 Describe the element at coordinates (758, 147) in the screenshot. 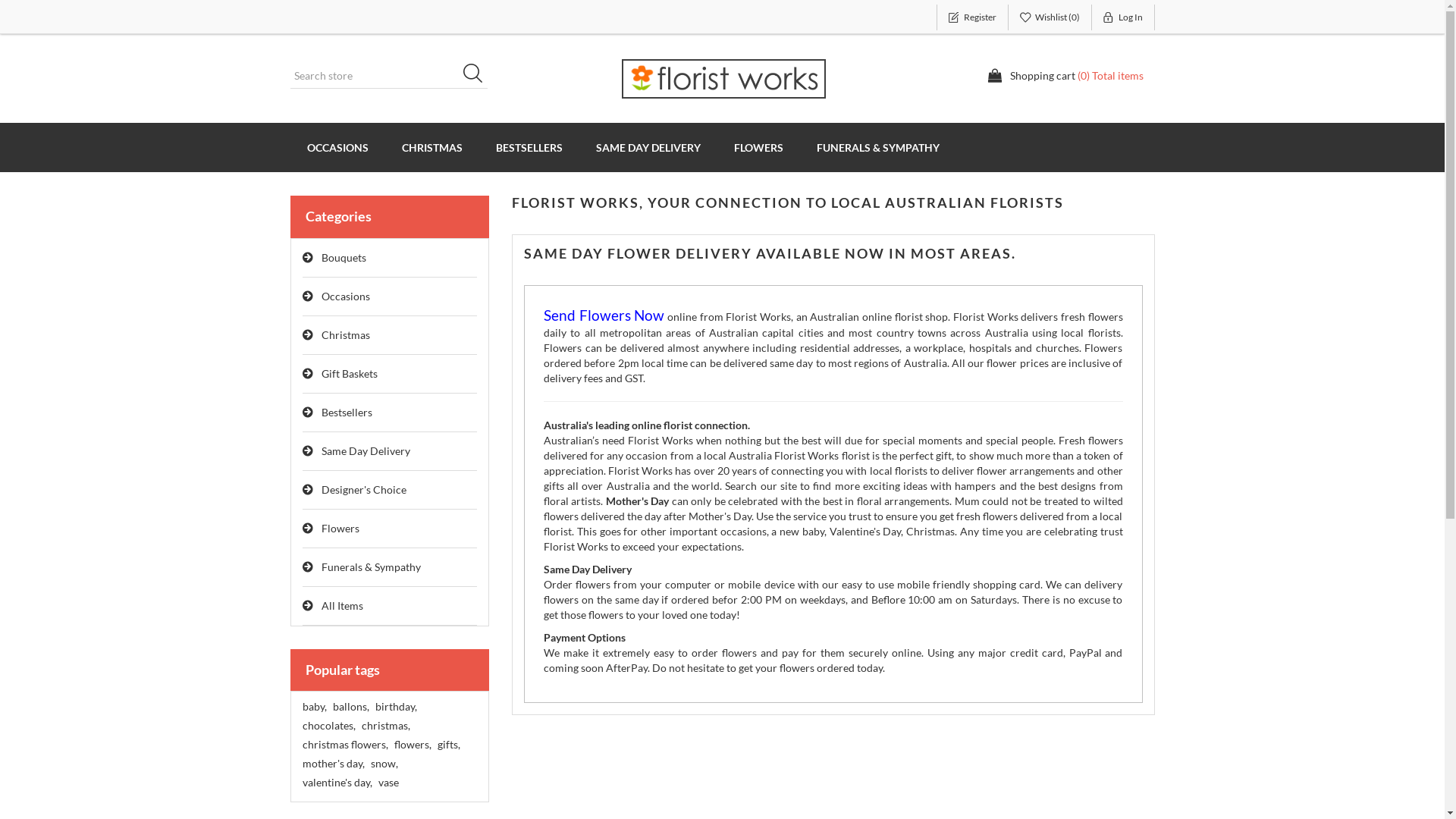

I see `'FLOWERS'` at that location.